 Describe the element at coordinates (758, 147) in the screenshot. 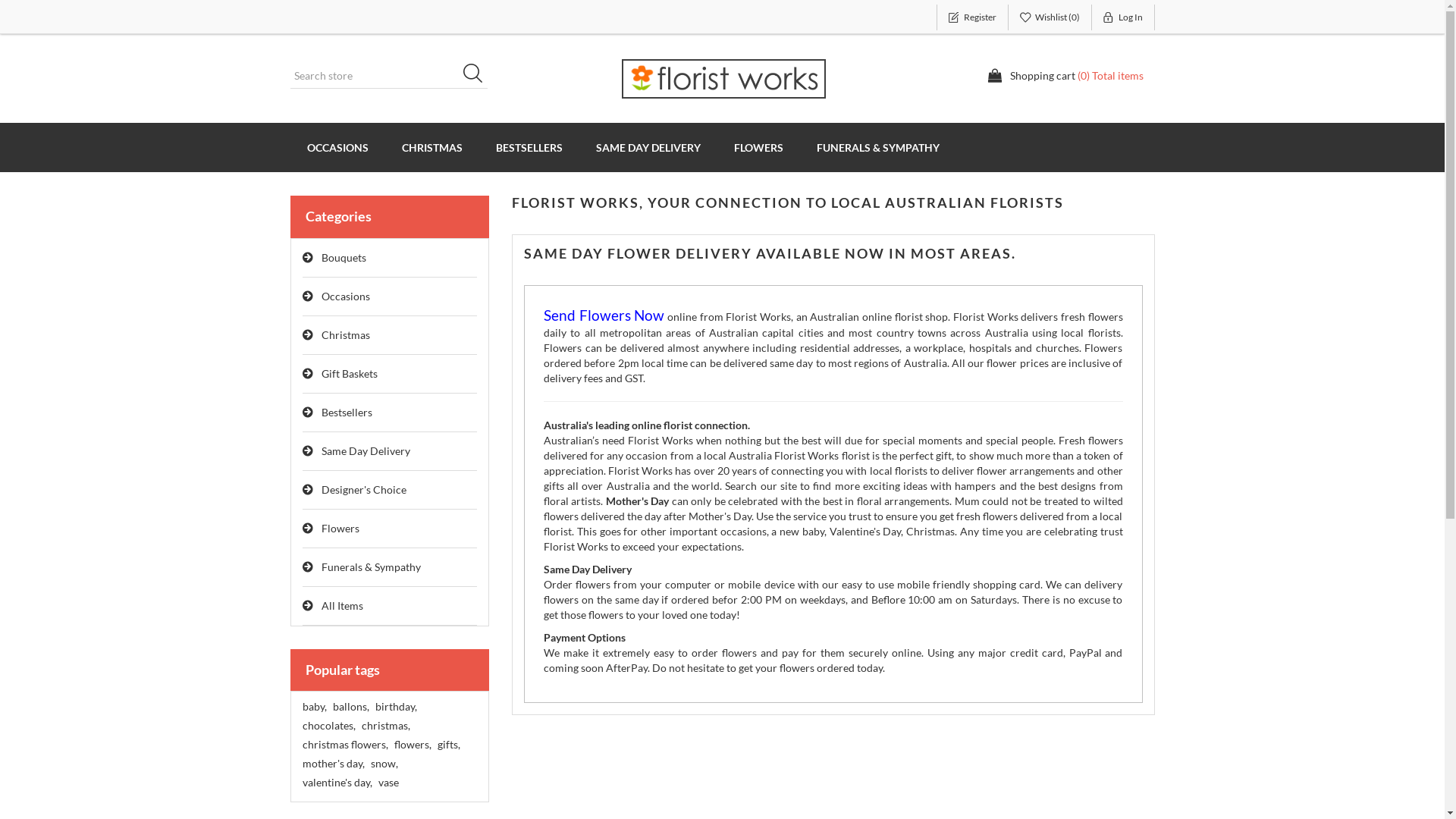

I see `'FLOWERS'` at that location.